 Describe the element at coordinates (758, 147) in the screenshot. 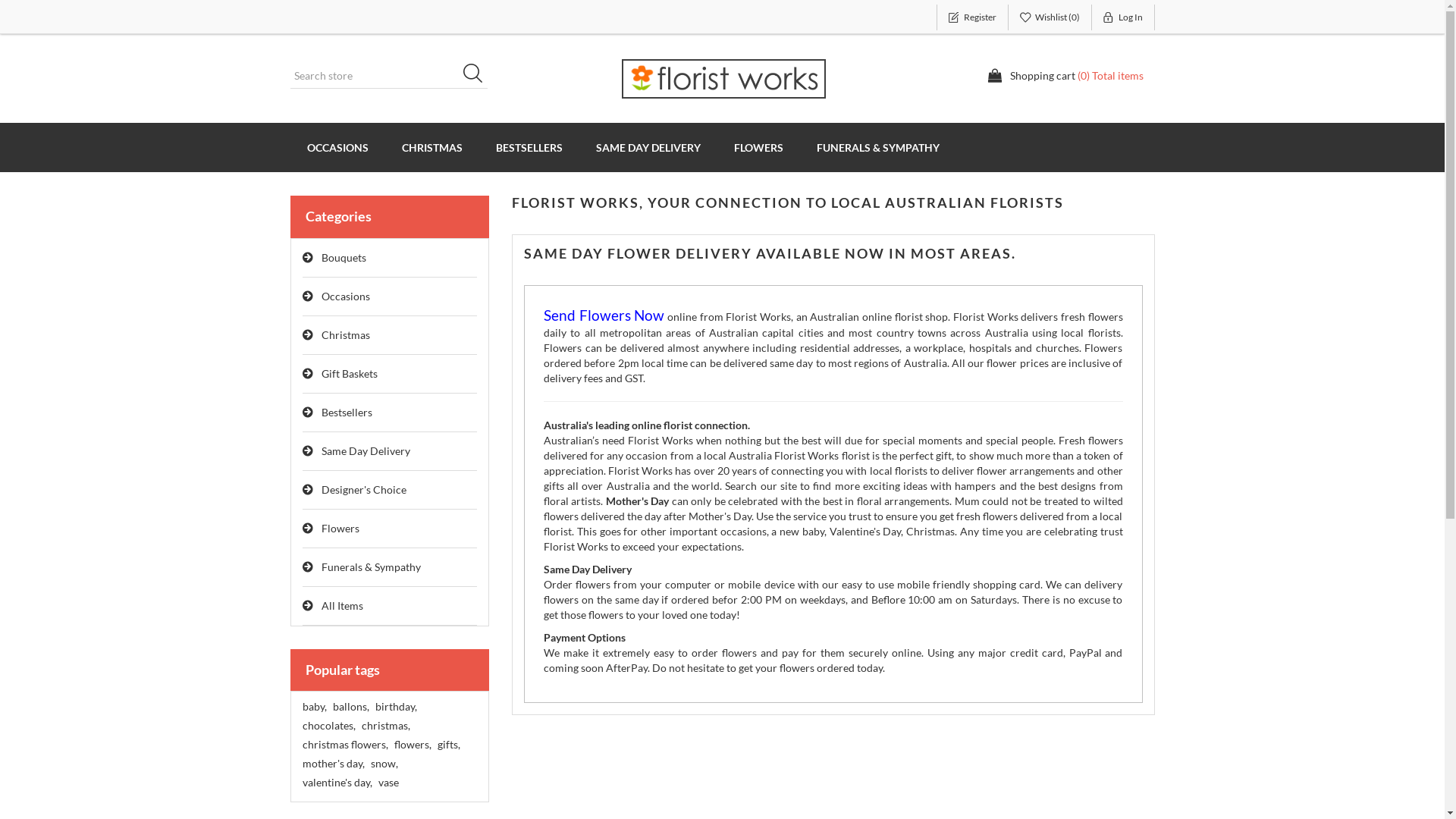

I see `'FLOWERS'` at that location.